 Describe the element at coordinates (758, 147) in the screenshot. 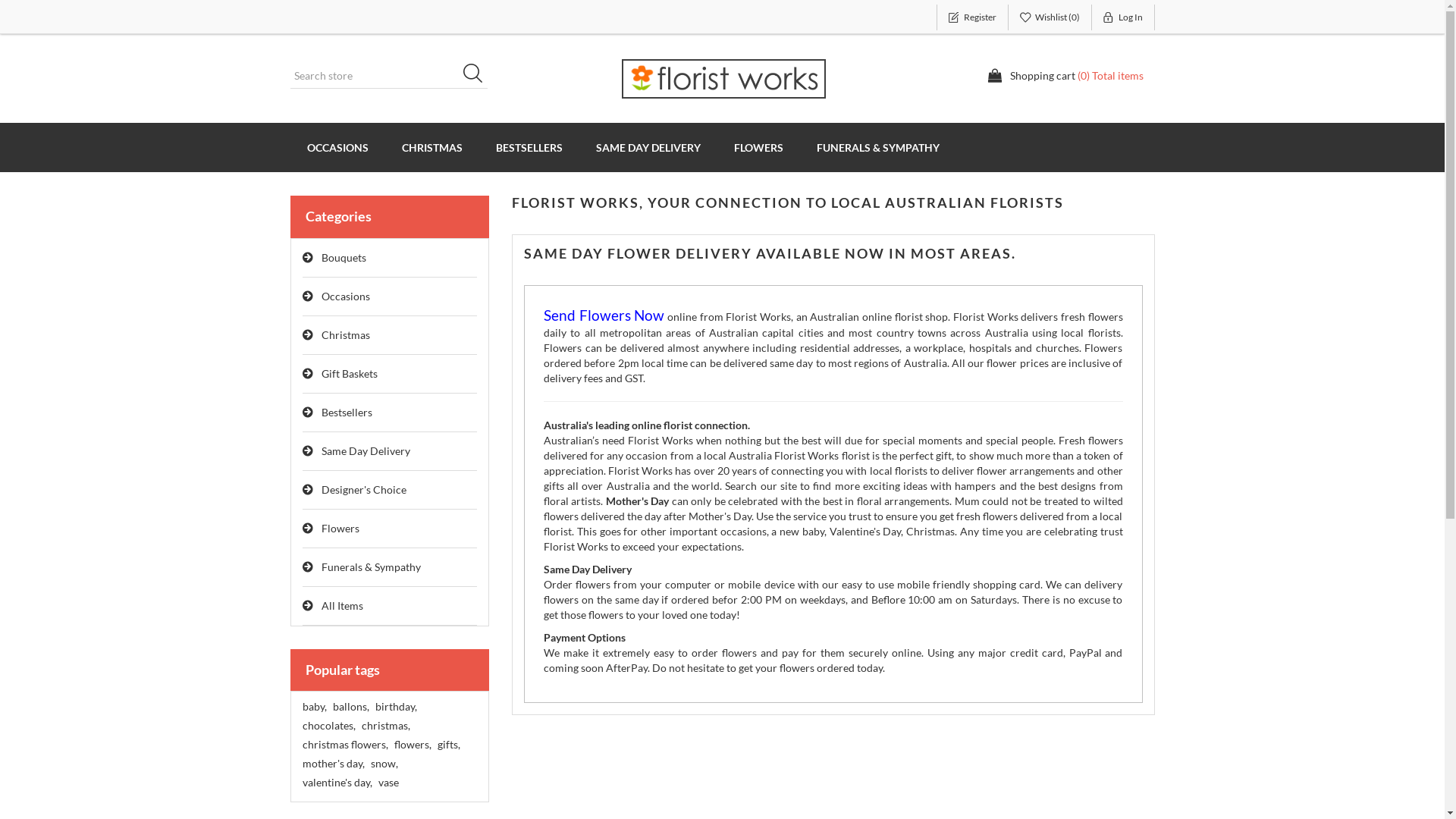

I see `'FLOWERS'` at that location.